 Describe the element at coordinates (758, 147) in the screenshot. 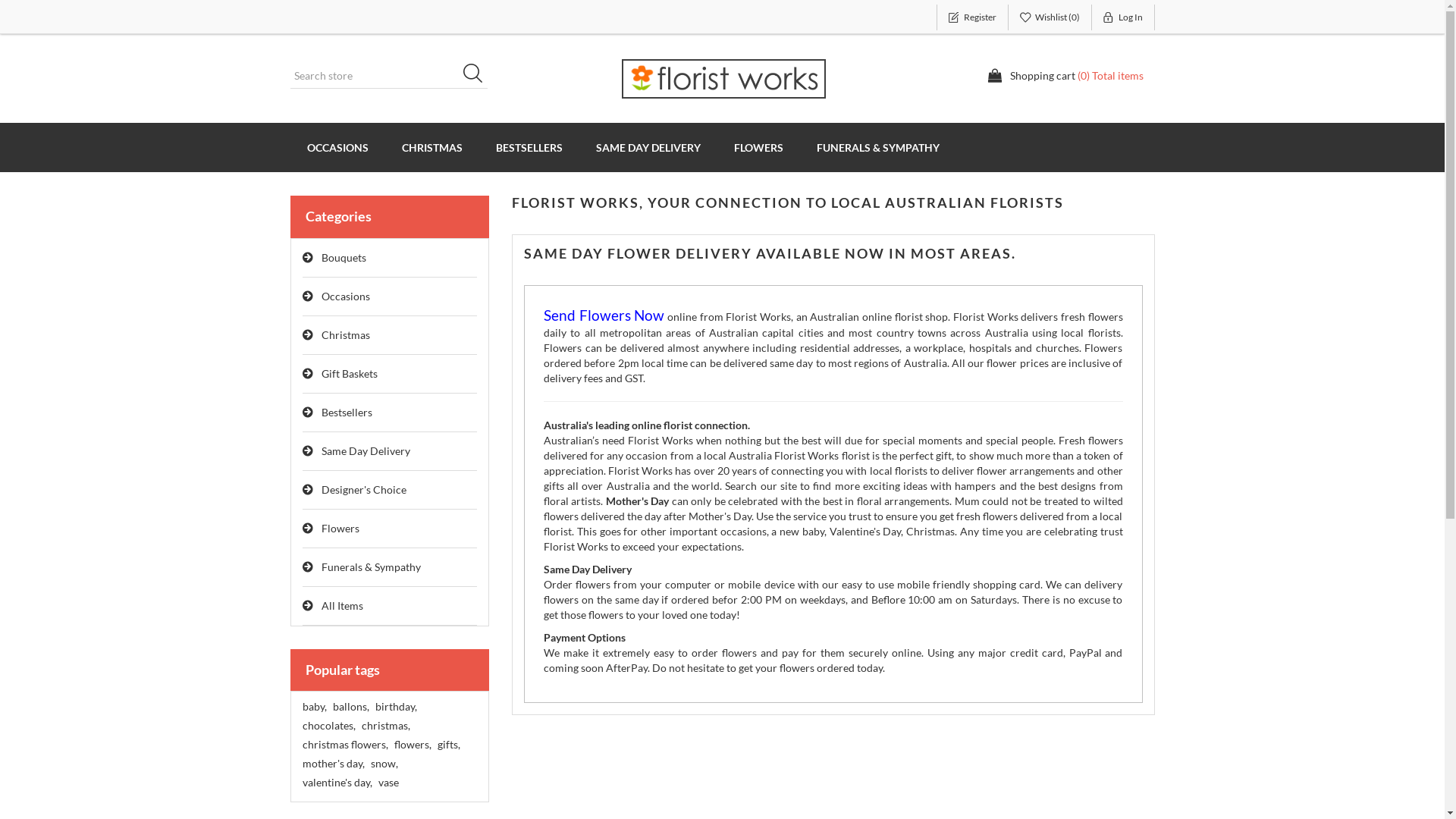

I see `'FLOWERS'` at that location.